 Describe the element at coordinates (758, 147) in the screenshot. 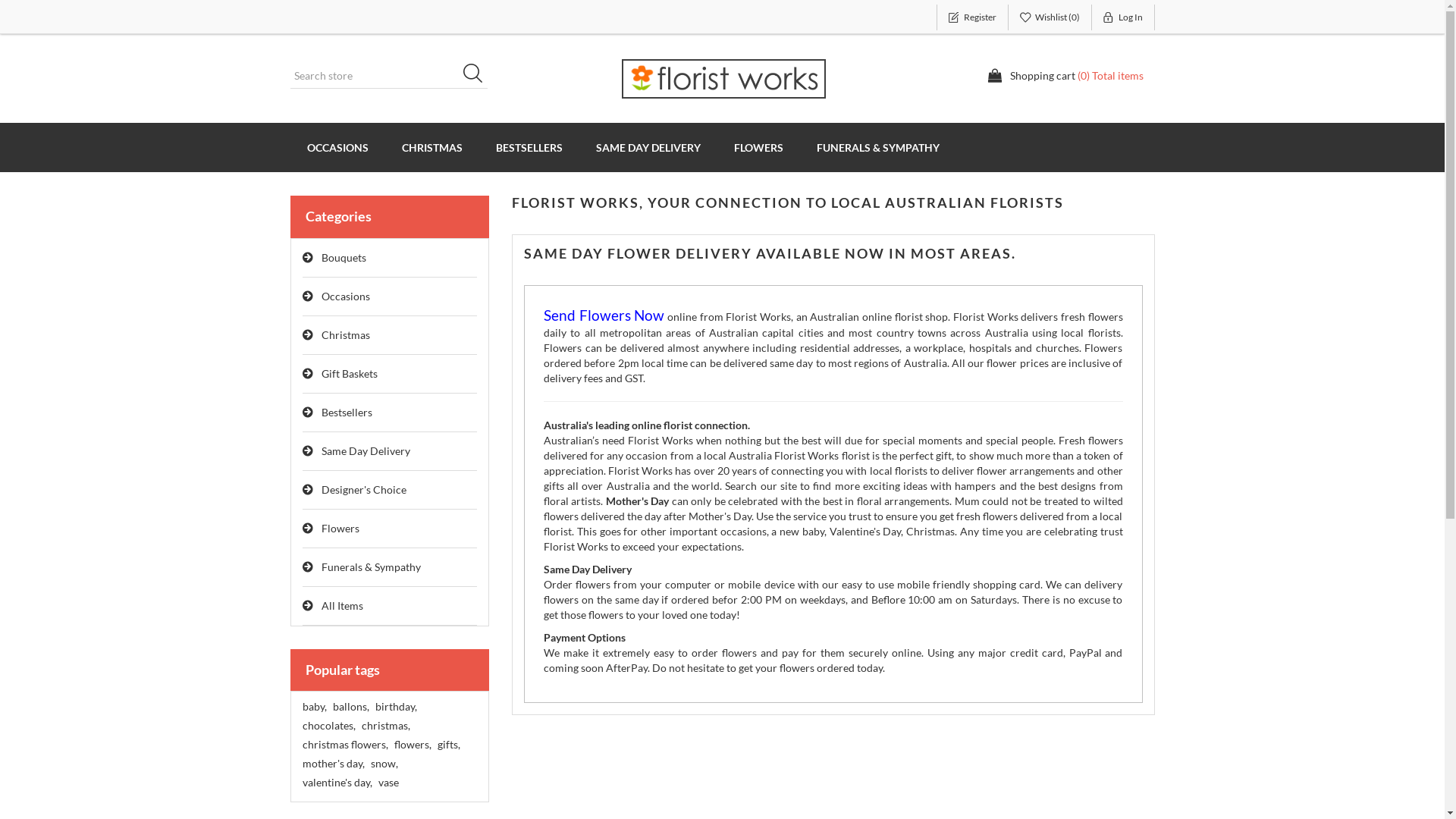

I see `'FLOWERS'` at that location.